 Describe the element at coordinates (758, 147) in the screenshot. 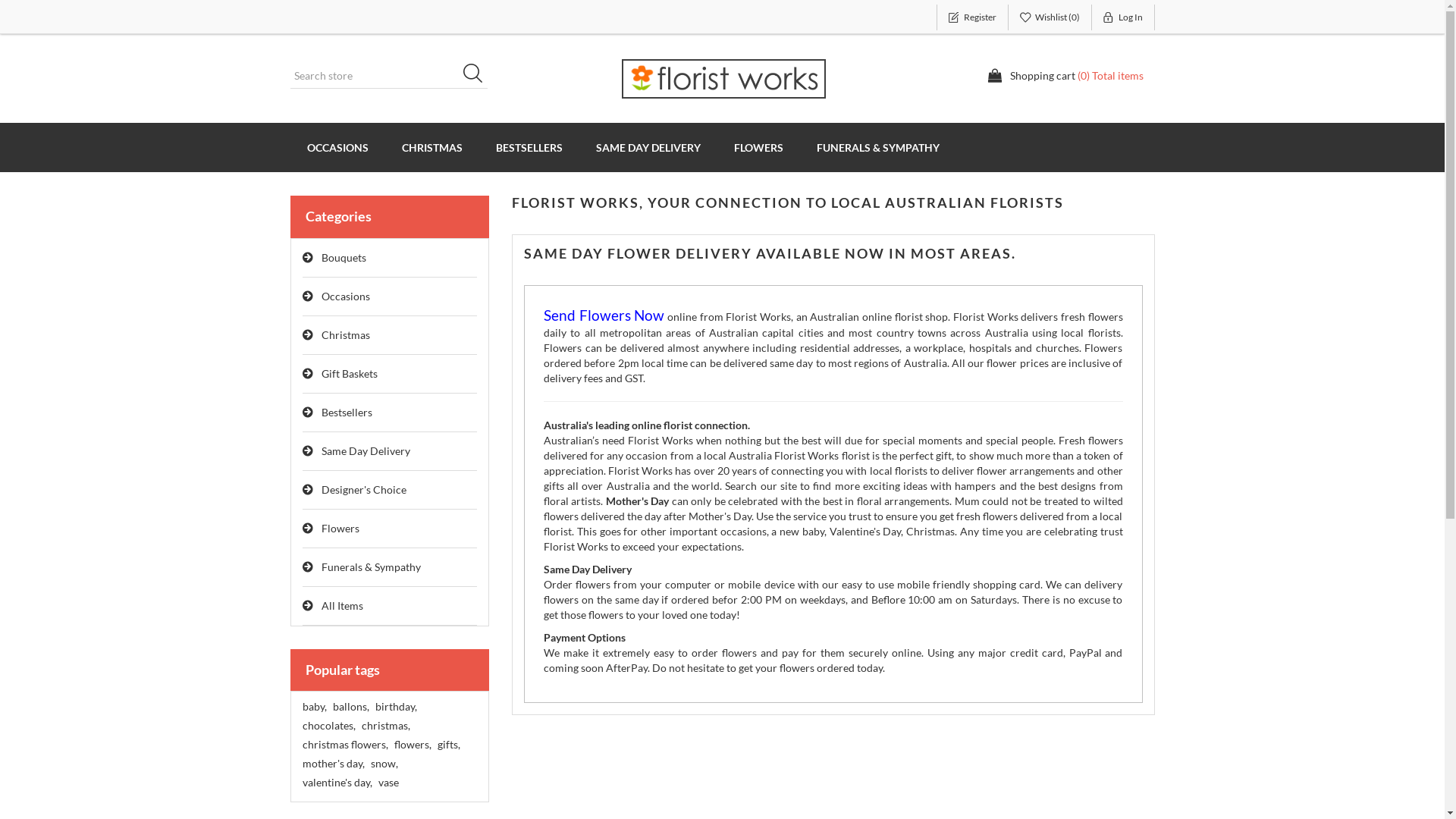

I see `'FLOWERS'` at that location.